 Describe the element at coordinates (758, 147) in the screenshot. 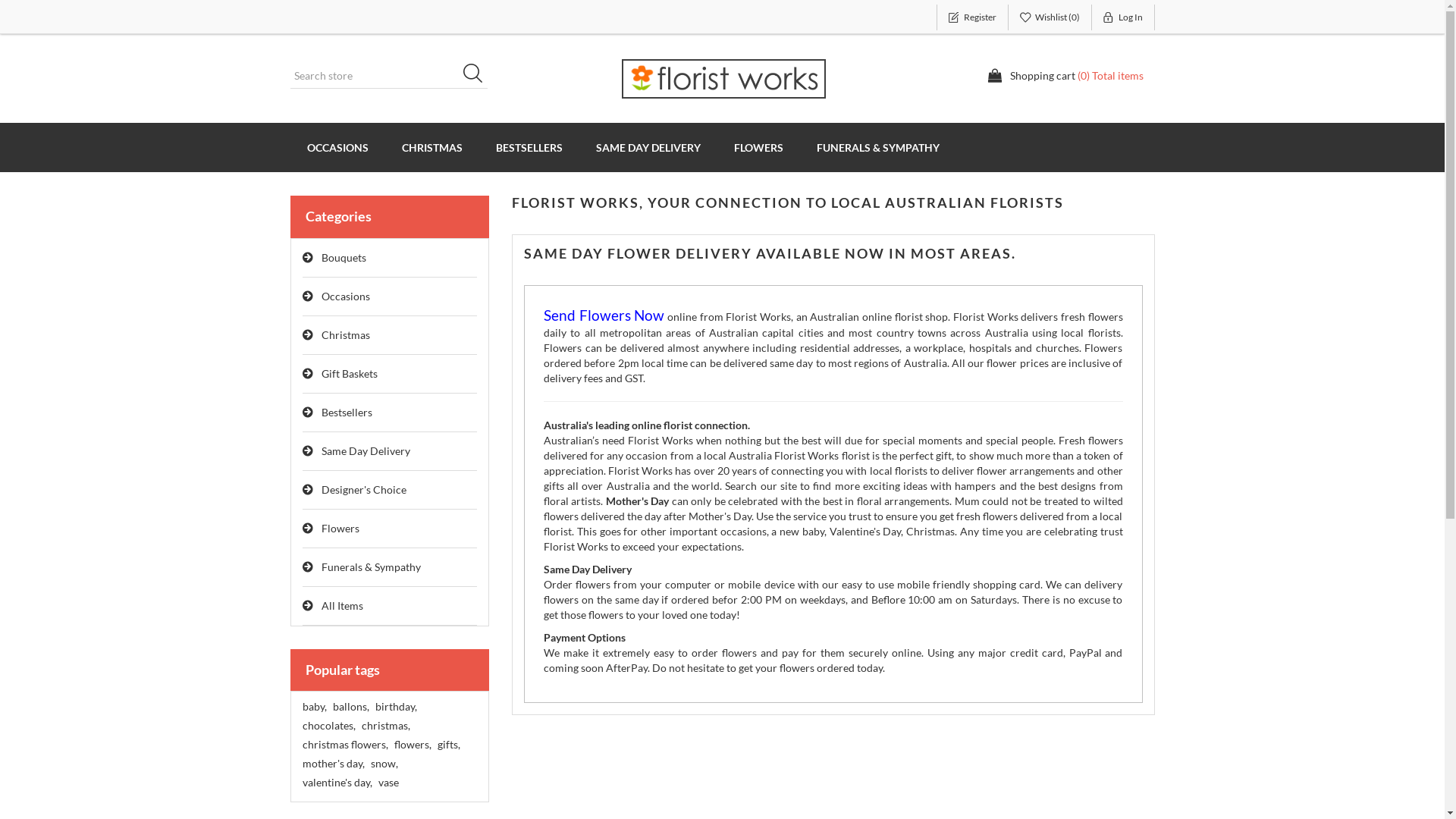

I see `'FLOWERS'` at that location.